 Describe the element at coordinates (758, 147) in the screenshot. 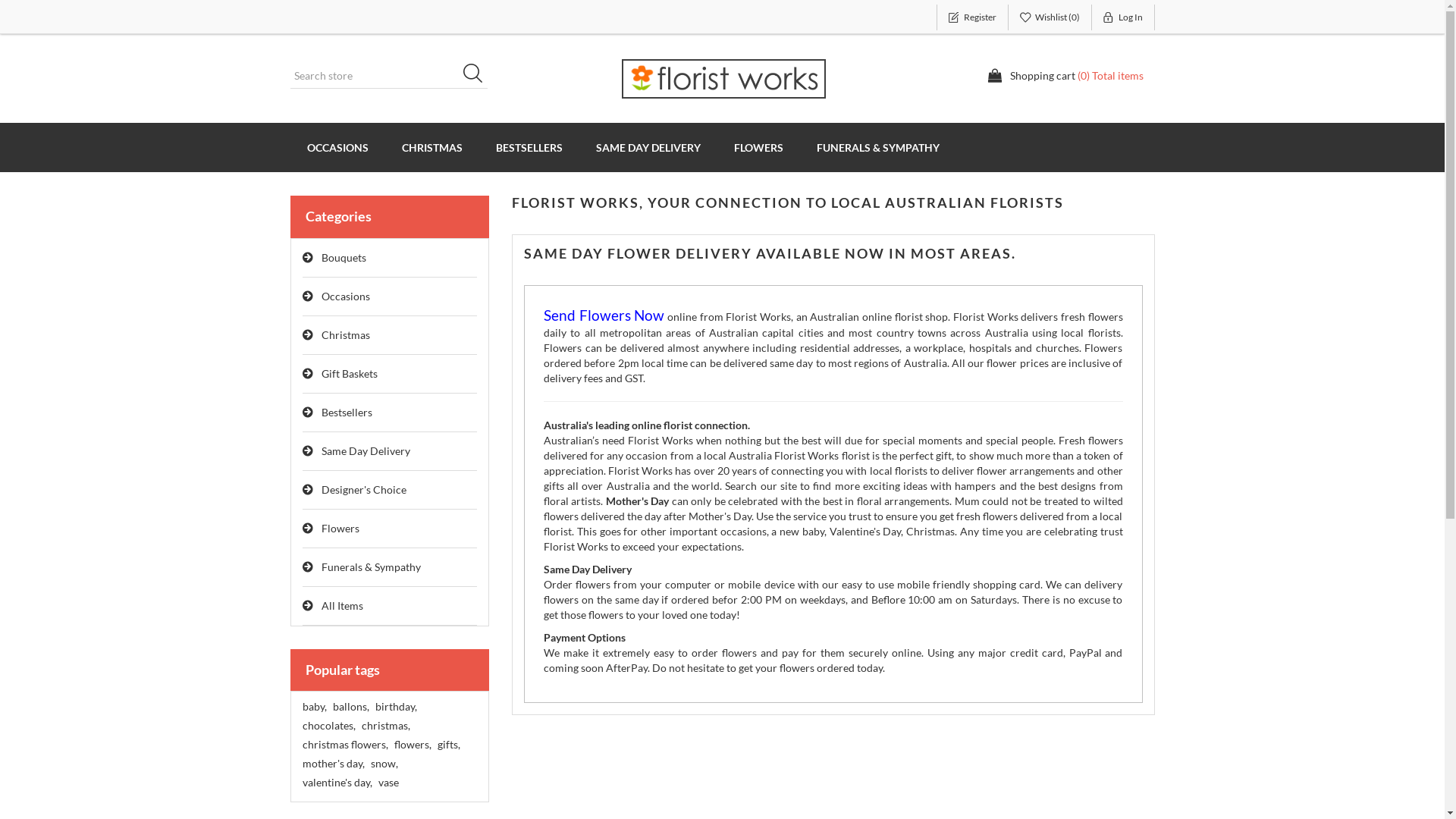

I see `'FLOWERS'` at that location.